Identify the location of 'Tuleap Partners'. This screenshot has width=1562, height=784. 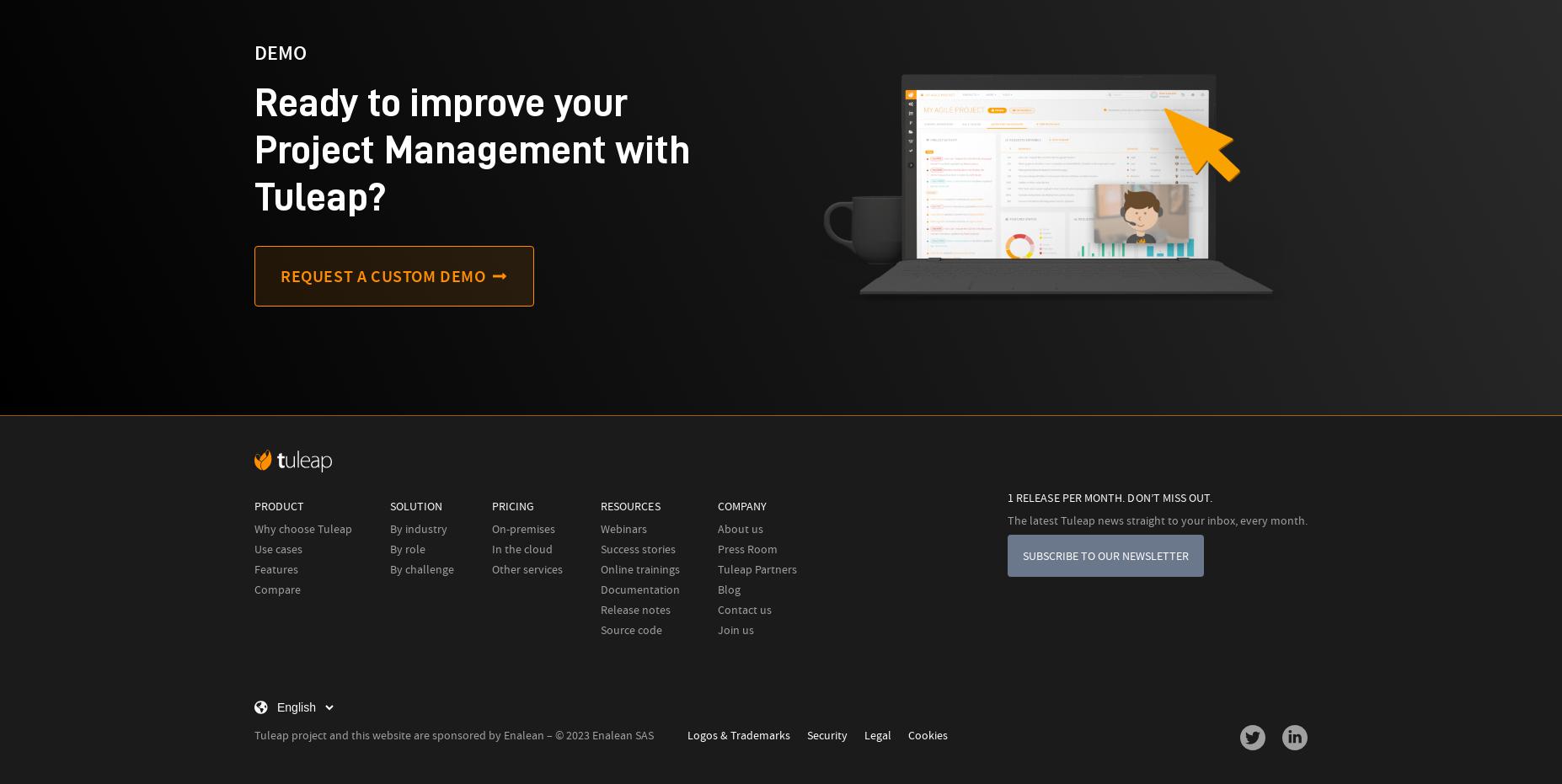
(757, 567).